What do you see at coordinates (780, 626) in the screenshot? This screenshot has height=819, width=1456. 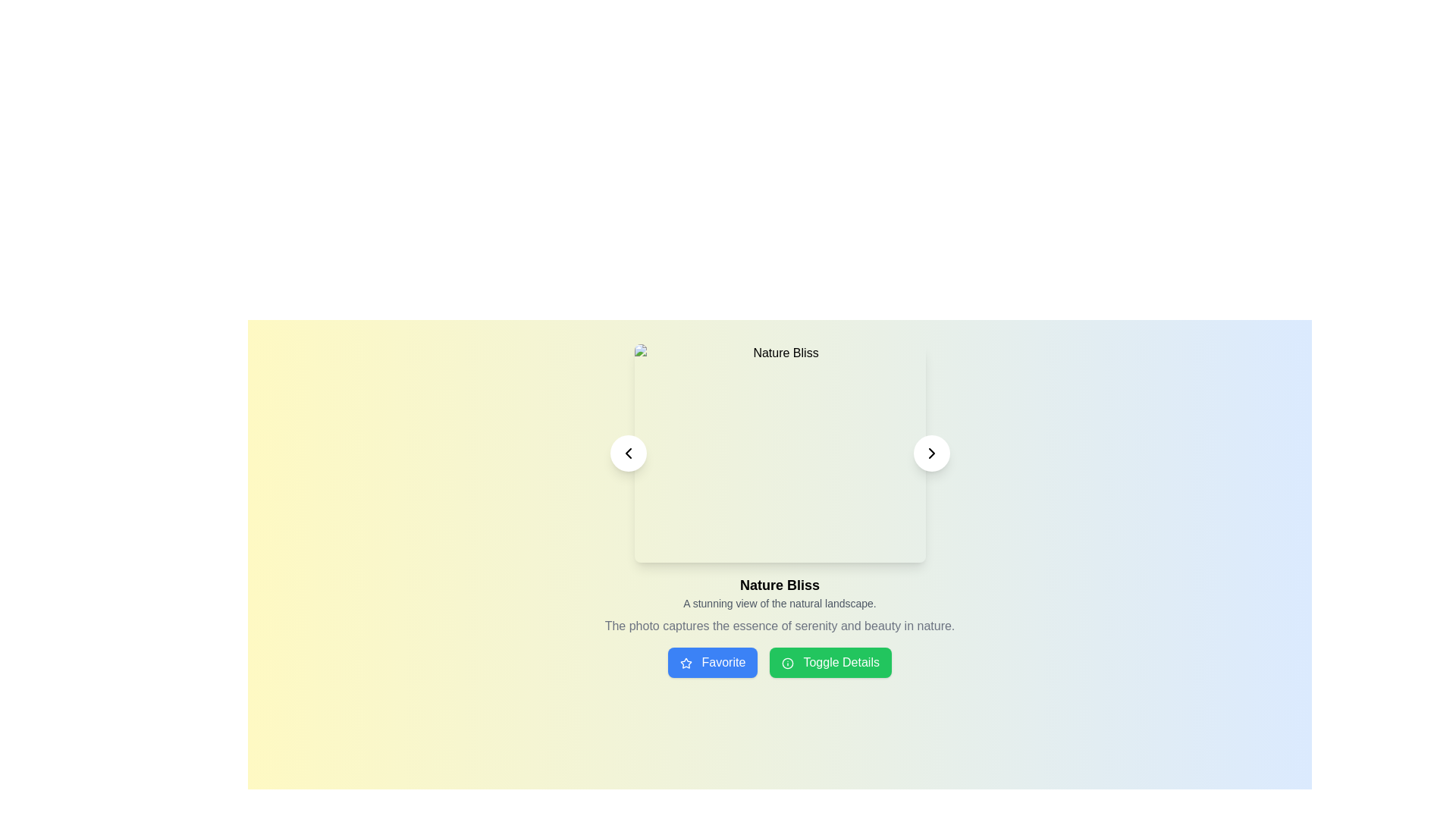 I see `text label that provides additional descriptive context about the nature-themed content, located below the title 'A stunning view of the natural landscape.' and above the buttons labeled 'Favorite' and 'Toggle Details.'` at bounding box center [780, 626].